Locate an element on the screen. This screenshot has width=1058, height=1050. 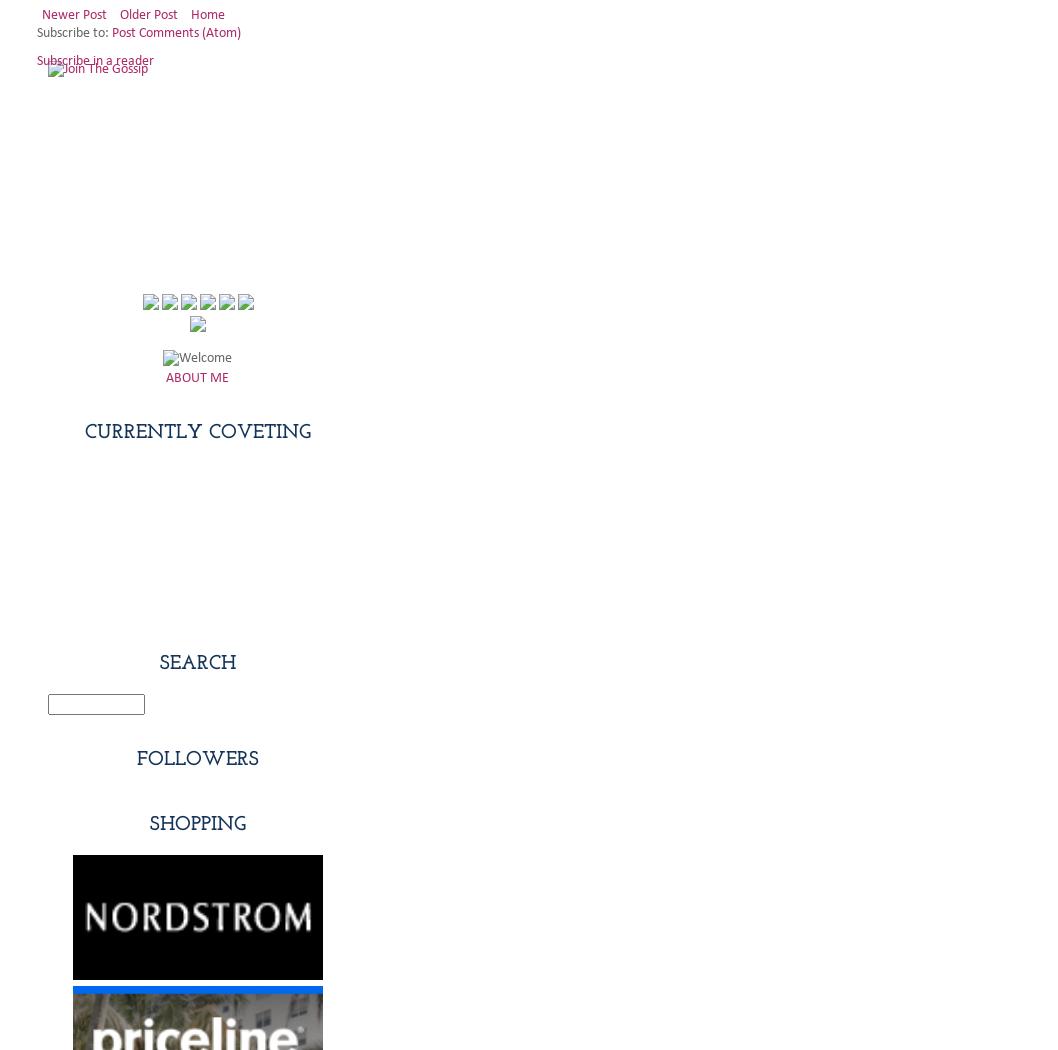
'Home' is located at coordinates (208, 15).